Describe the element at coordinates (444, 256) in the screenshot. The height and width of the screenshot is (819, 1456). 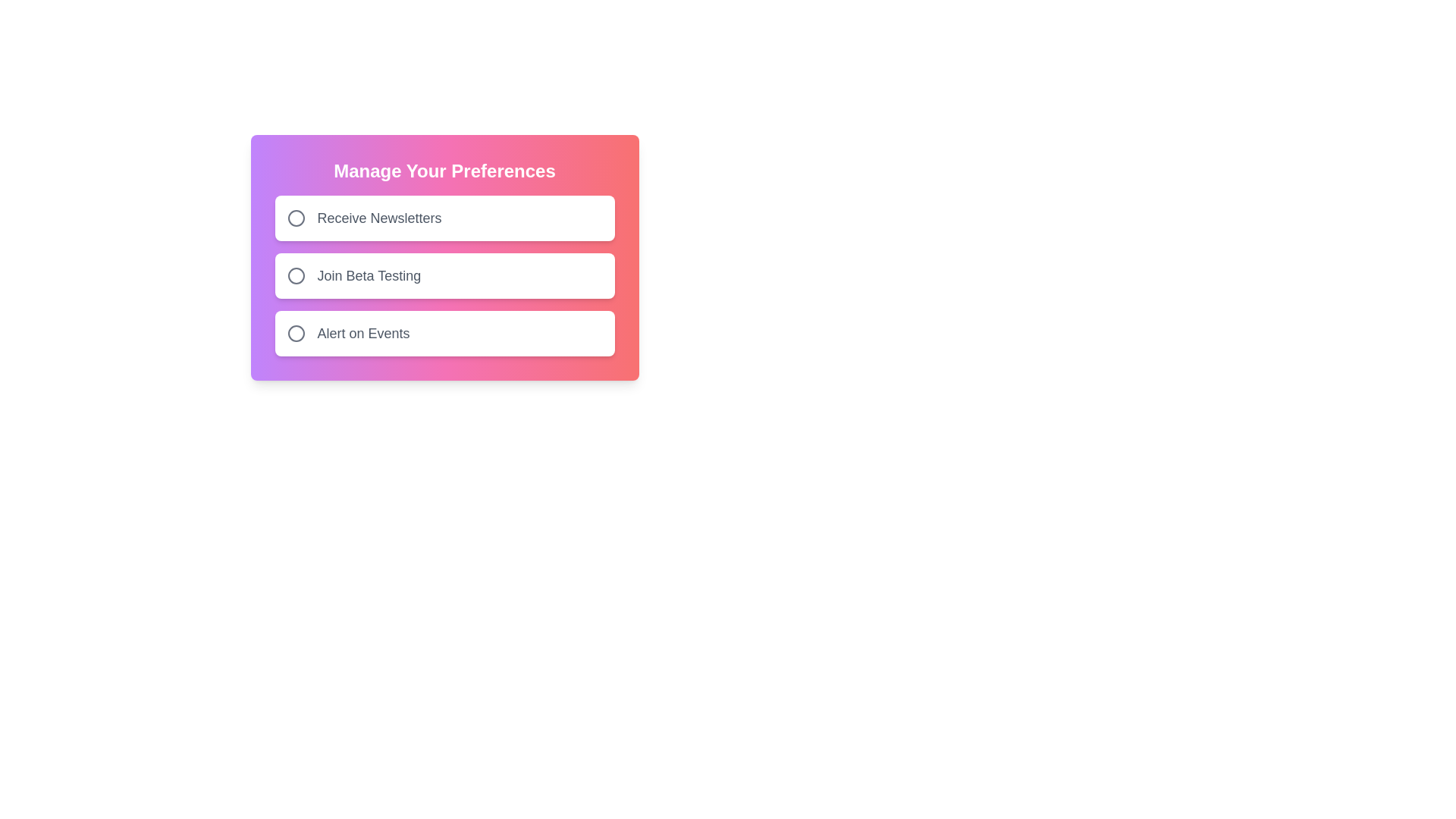
I see `the selectable list option titled 'Join Beta Testing' in the preferences management panel` at that location.